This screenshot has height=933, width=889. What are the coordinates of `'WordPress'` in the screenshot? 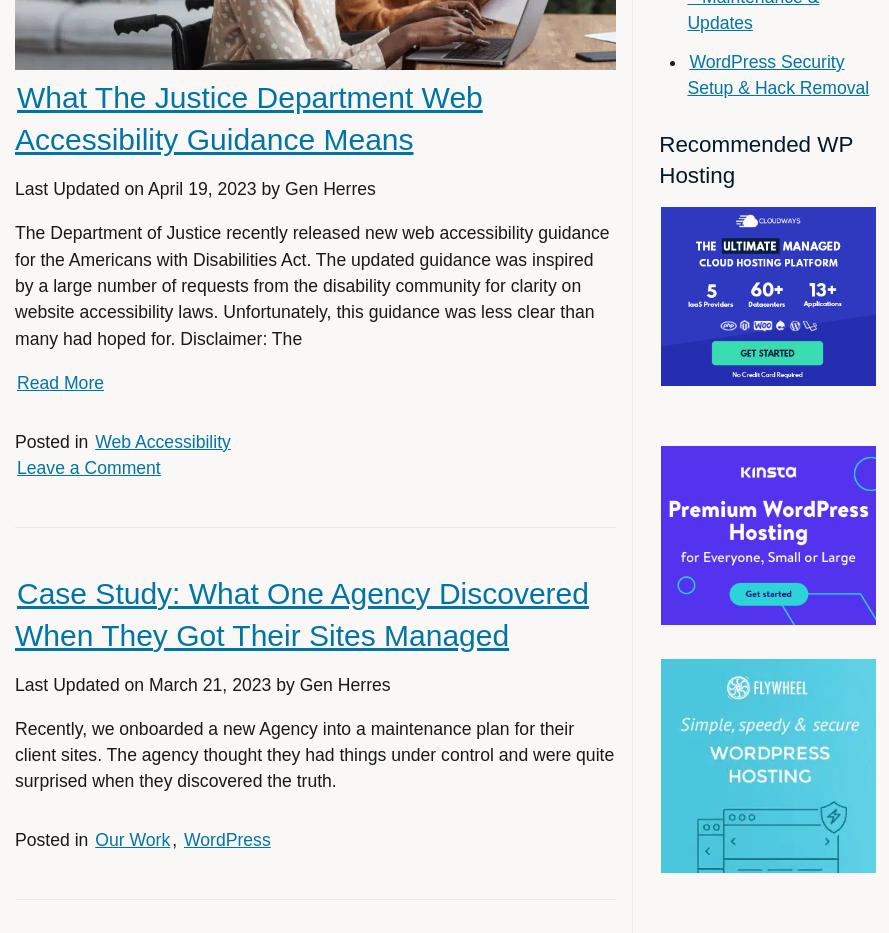 It's located at (182, 838).